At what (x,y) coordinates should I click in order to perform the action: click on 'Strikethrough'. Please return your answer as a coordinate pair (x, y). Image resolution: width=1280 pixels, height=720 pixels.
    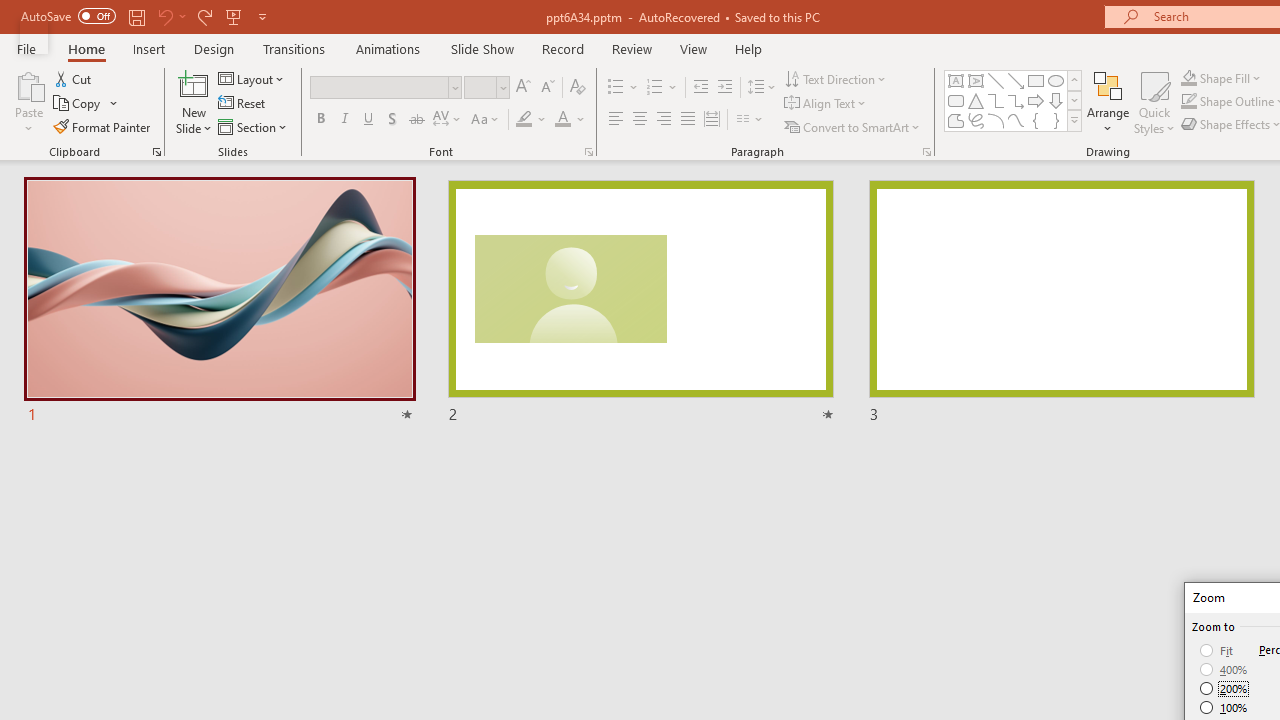
    Looking at the image, I should click on (415, 119).